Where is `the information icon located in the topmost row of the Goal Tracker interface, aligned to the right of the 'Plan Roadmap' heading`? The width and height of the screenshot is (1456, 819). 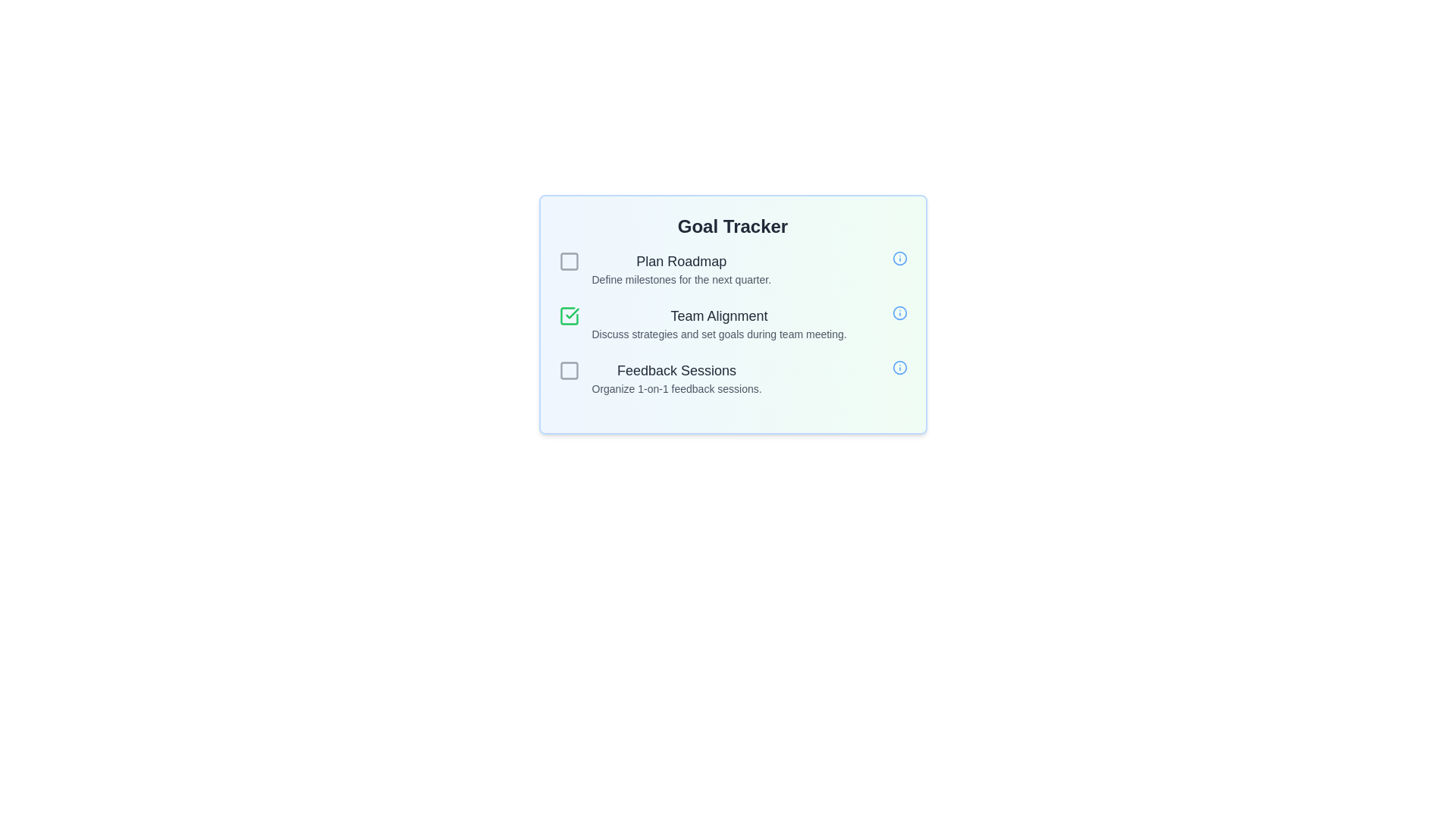 the information icon located in the topmost row of the Goal Tracker interface, aligned to the right of the 'Plan Roadmap' heading is located at coordinates (899, 257).